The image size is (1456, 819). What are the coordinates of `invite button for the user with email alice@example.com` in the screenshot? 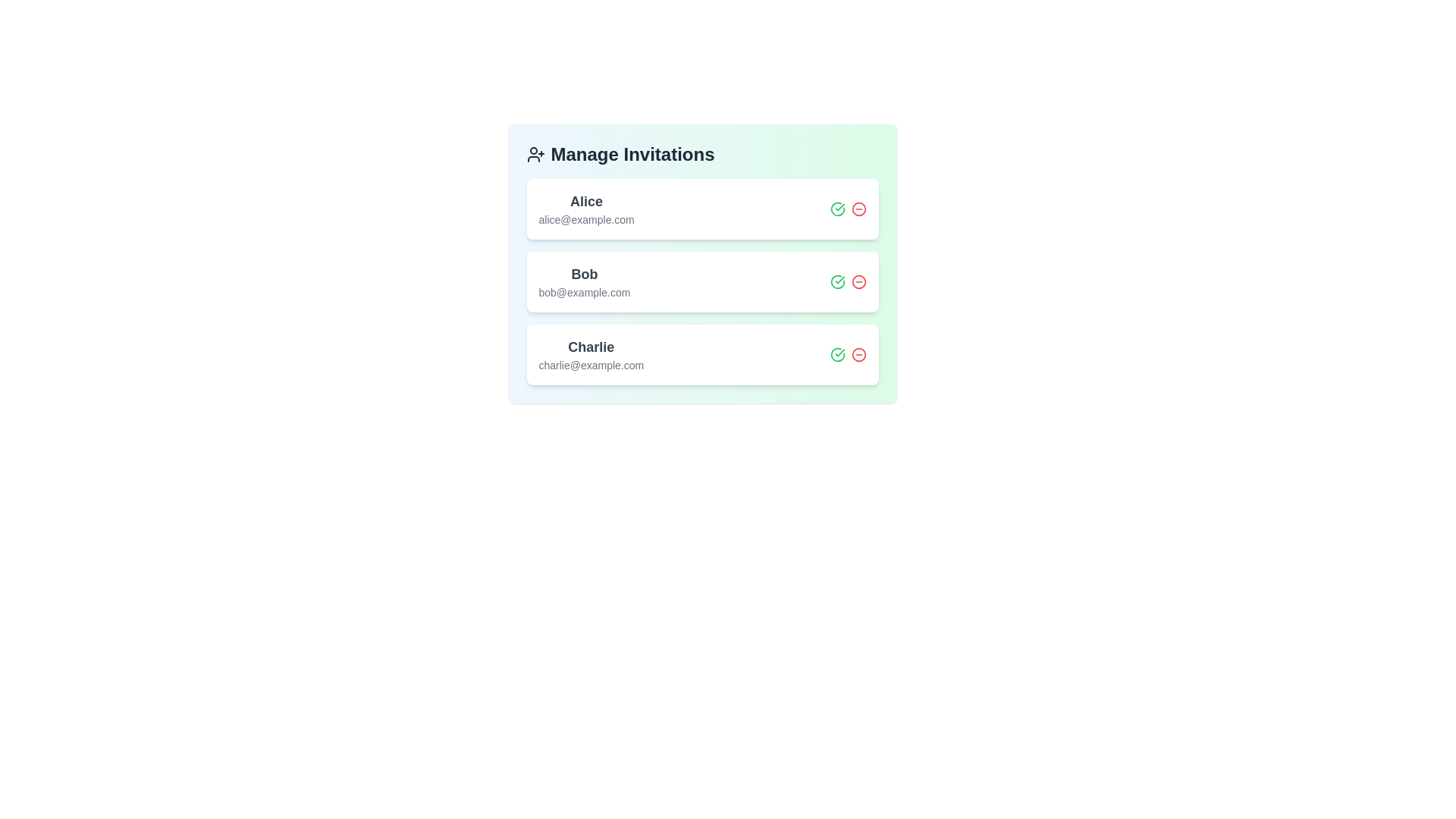 It's located at (836, 209).